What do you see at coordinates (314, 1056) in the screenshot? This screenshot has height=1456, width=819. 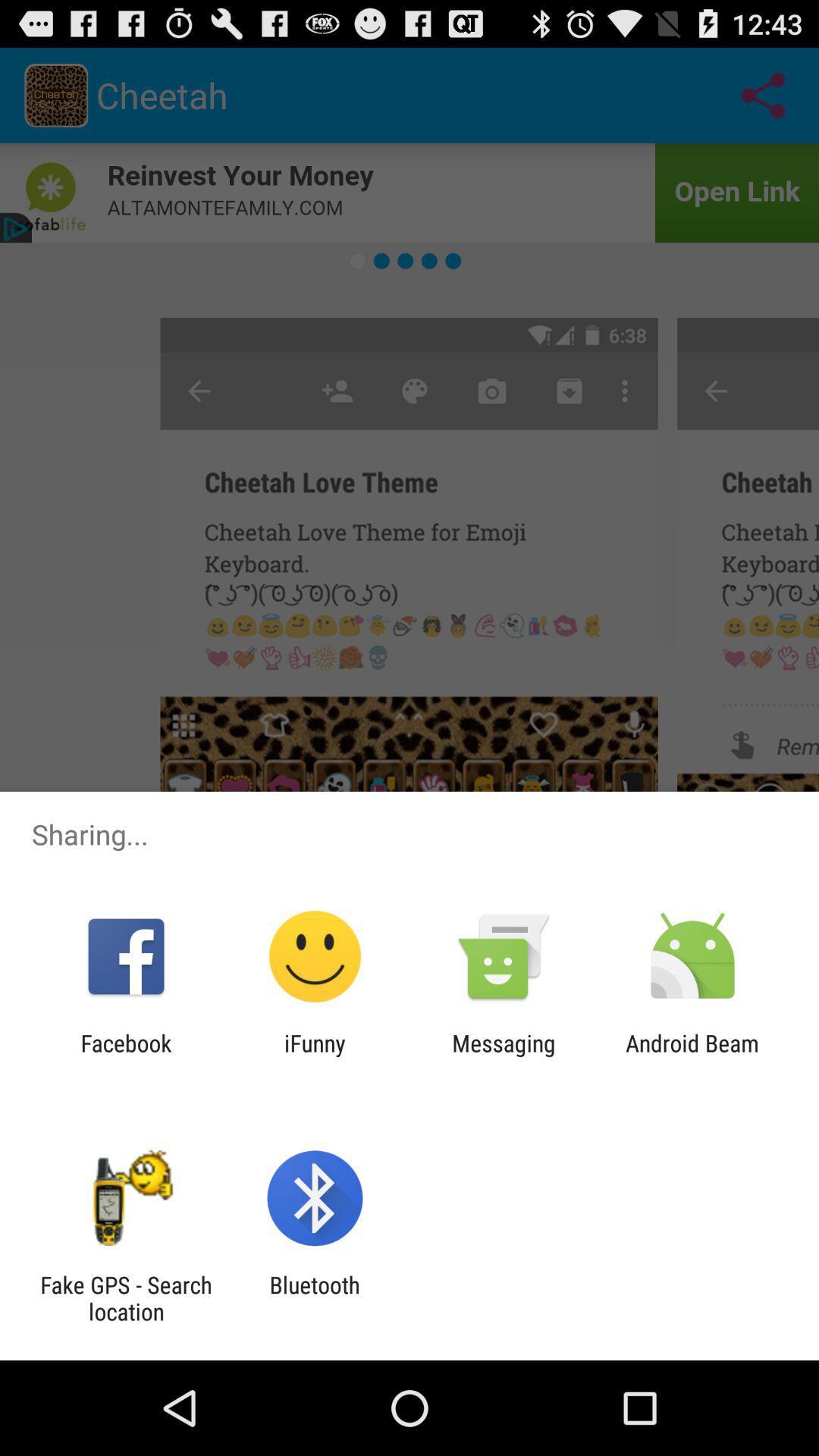 I see `the item next to facebook item` at bounding box center [314, 1056].